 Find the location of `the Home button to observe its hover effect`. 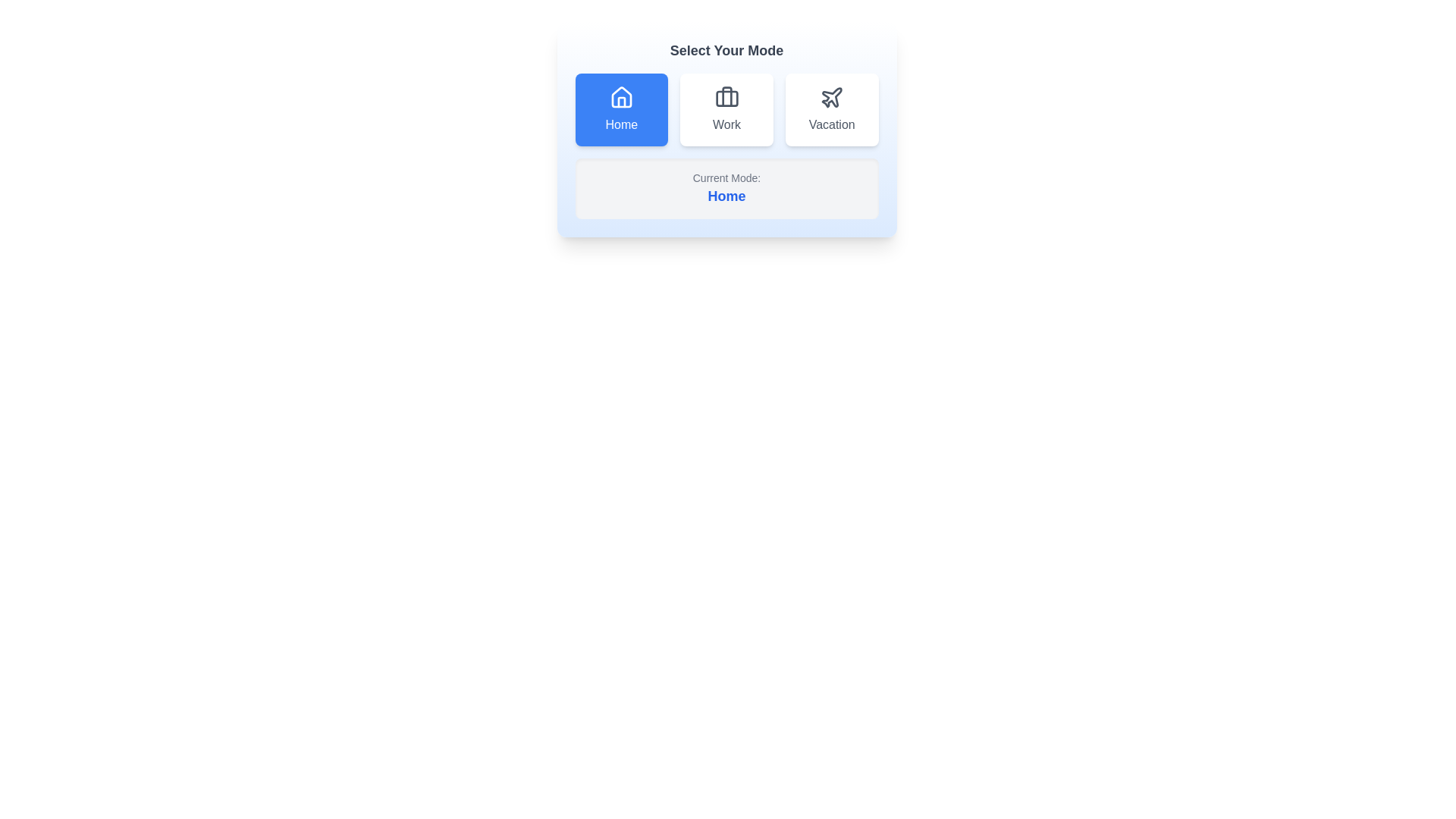

the Home button to observe its hover effect is located at coordinates (621, 109).